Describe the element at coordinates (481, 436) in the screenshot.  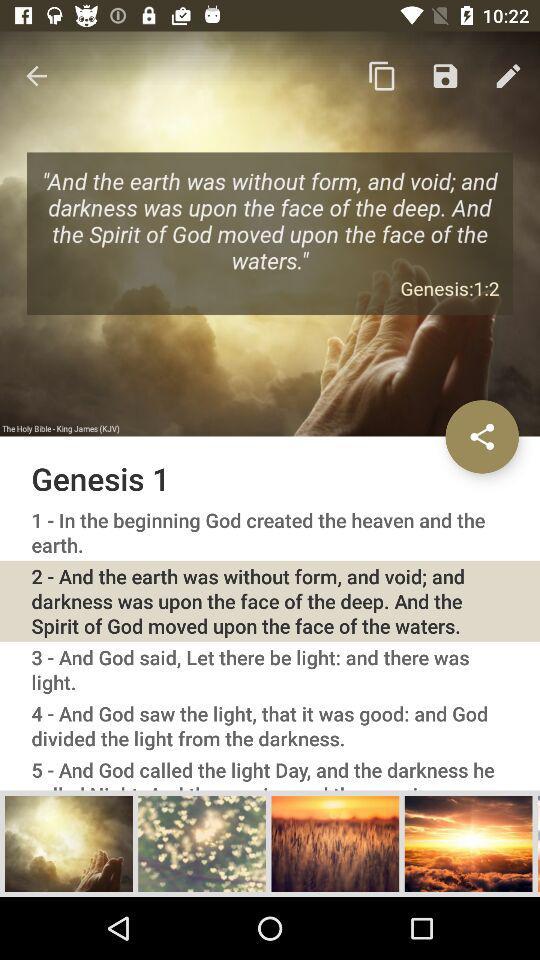
I see `icon on the right` at that location.